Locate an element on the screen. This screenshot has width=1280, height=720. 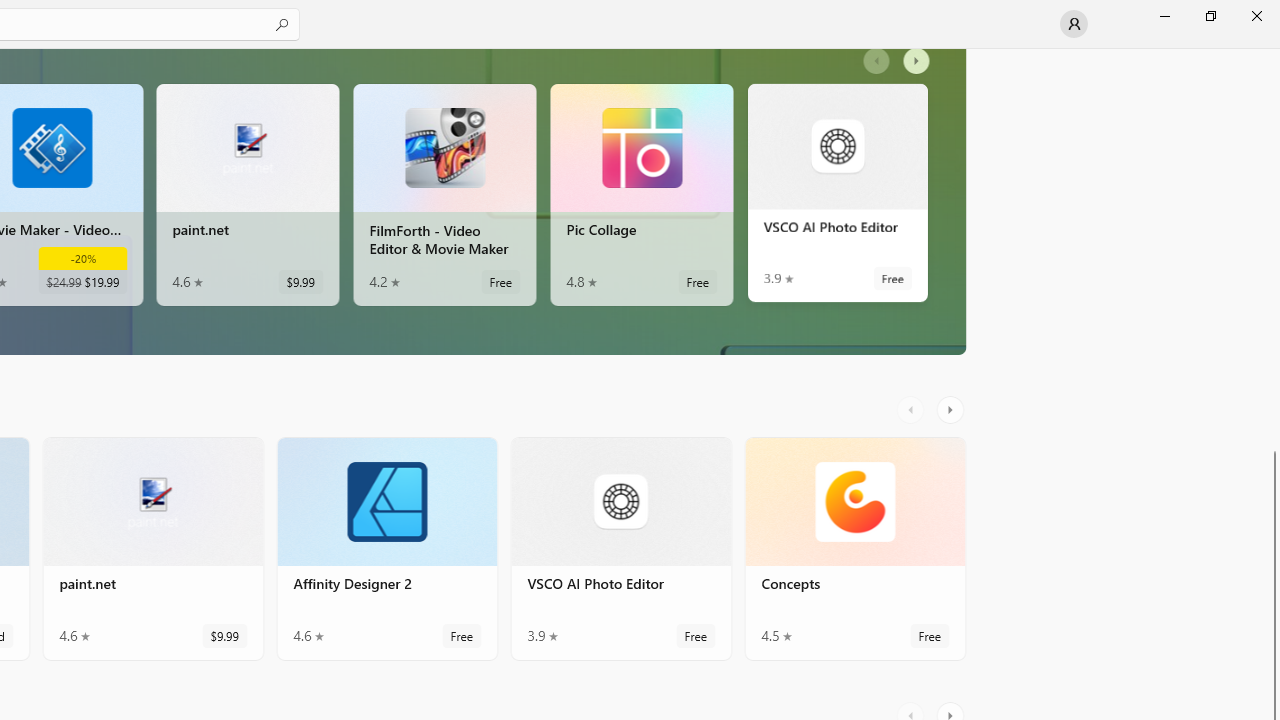
'AutomationID: LeftScrollButton' is located at coordinates (912, 409).